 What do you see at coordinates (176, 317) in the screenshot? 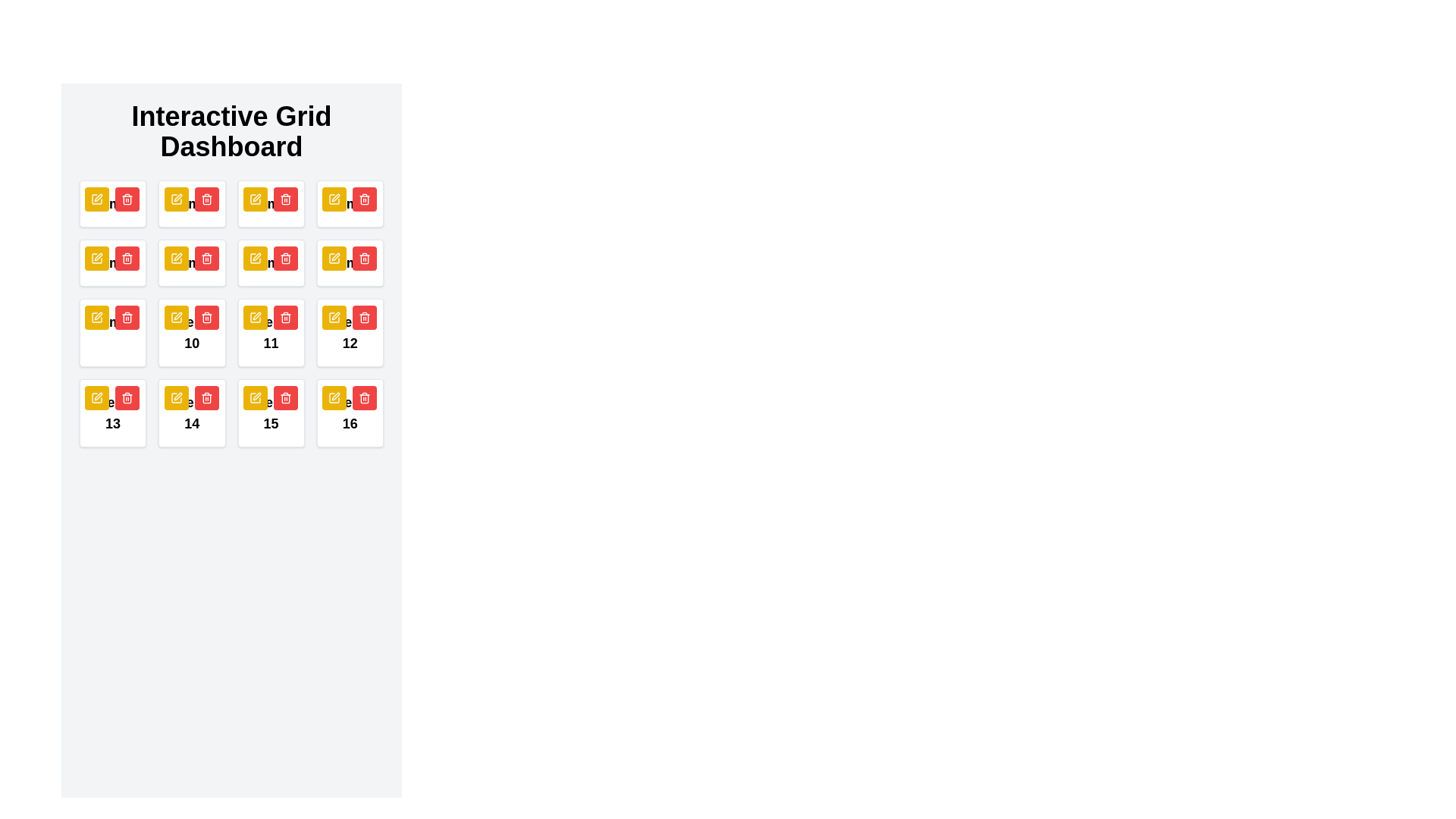
I see `the edit button located in the bottom-left of tile 10` at bounding box center [176, 317].